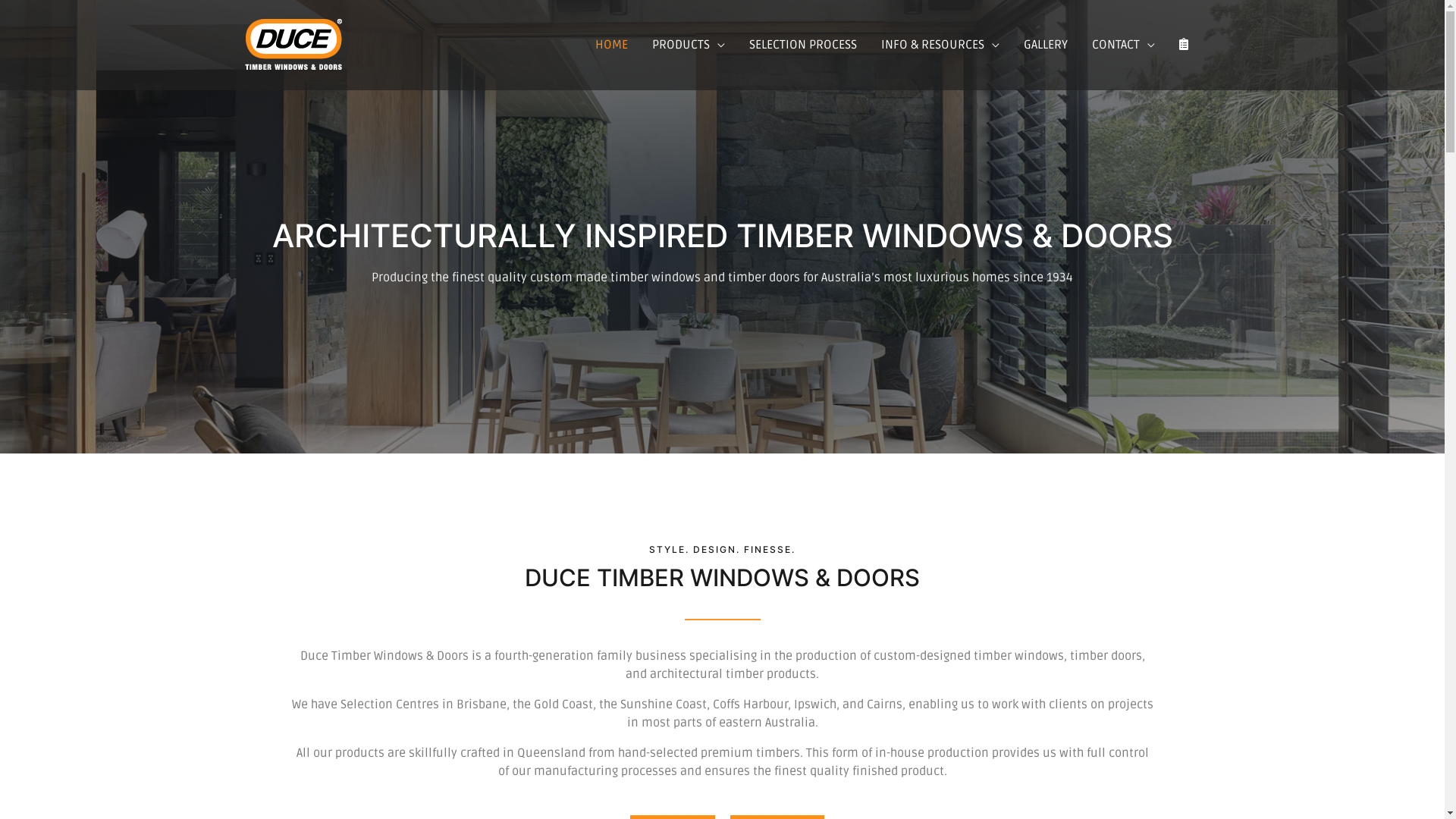 The width and height of the screenshot is (1456, 819). What do you see at coordinates (687, 44) in the screenshot?
I see `'PRODUCTS'` at bounding box center [687, 44].